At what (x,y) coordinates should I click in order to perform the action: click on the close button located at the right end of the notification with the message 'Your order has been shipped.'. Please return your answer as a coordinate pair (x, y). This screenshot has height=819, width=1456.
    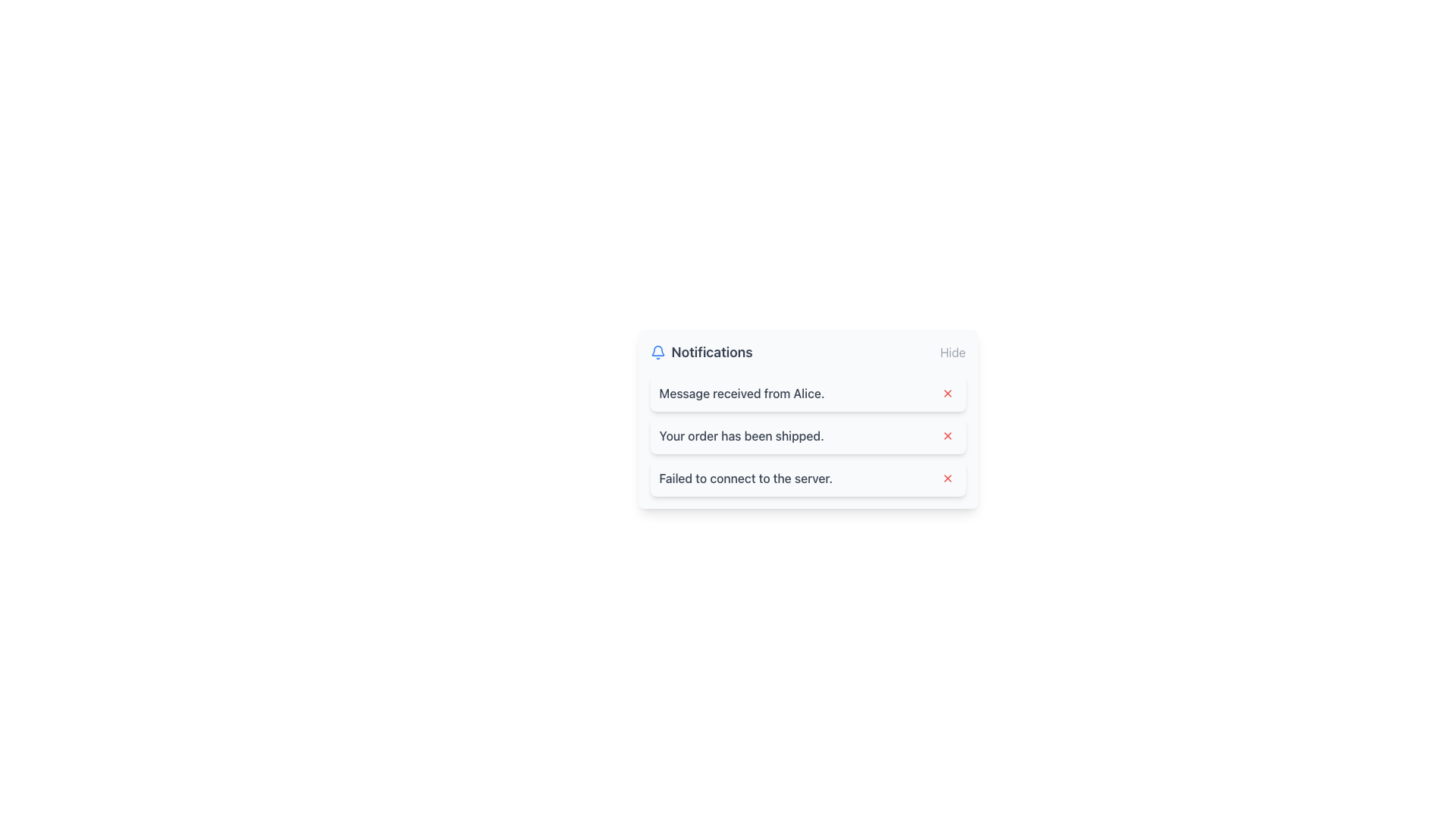
    Looking at the image, I should click on (946, 435).